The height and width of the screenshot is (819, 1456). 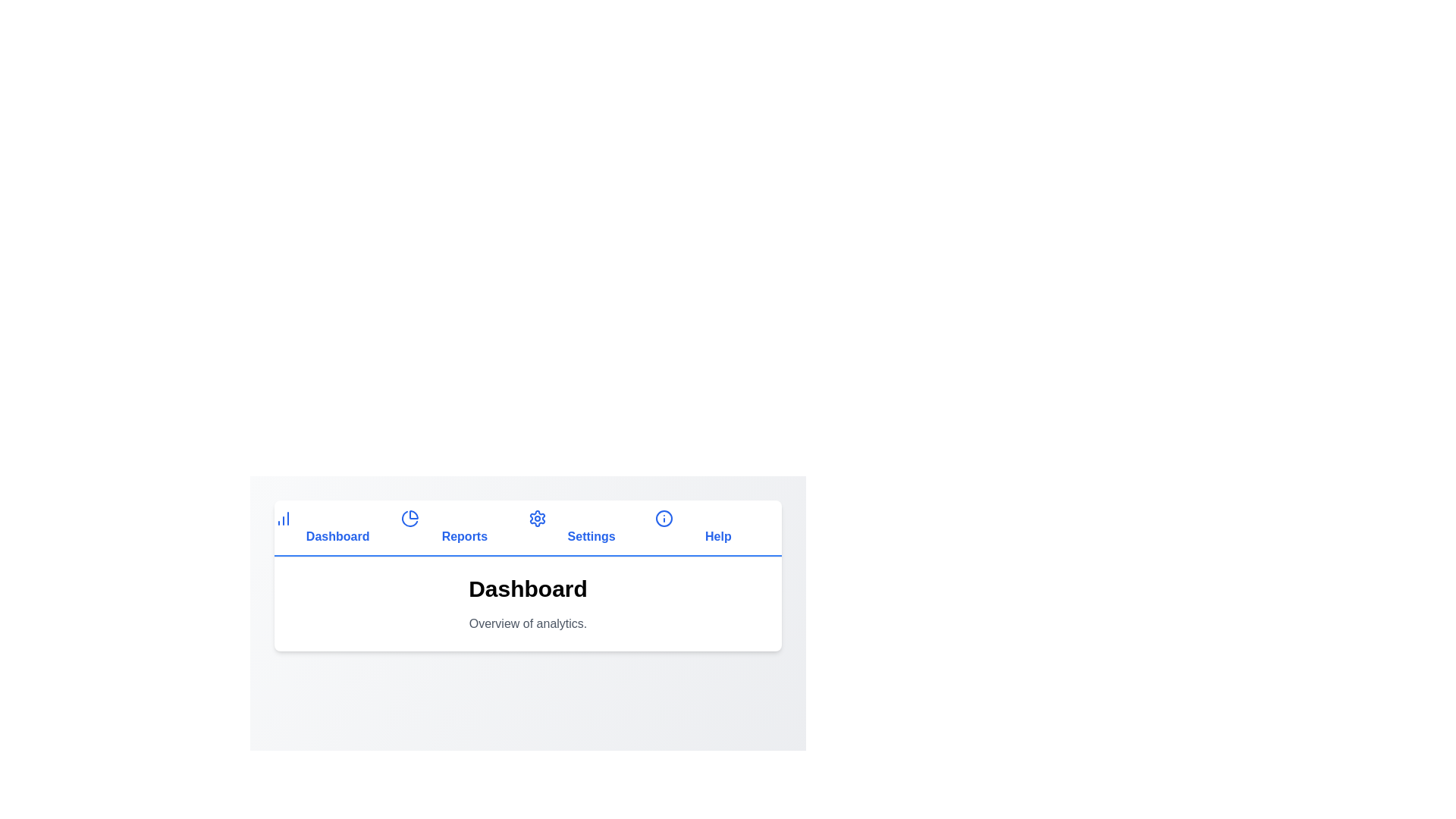 I want to click on the 'Settings' navigation tab, which is the third tab in the horizontal navigation menu, so click(x=591, y=528).